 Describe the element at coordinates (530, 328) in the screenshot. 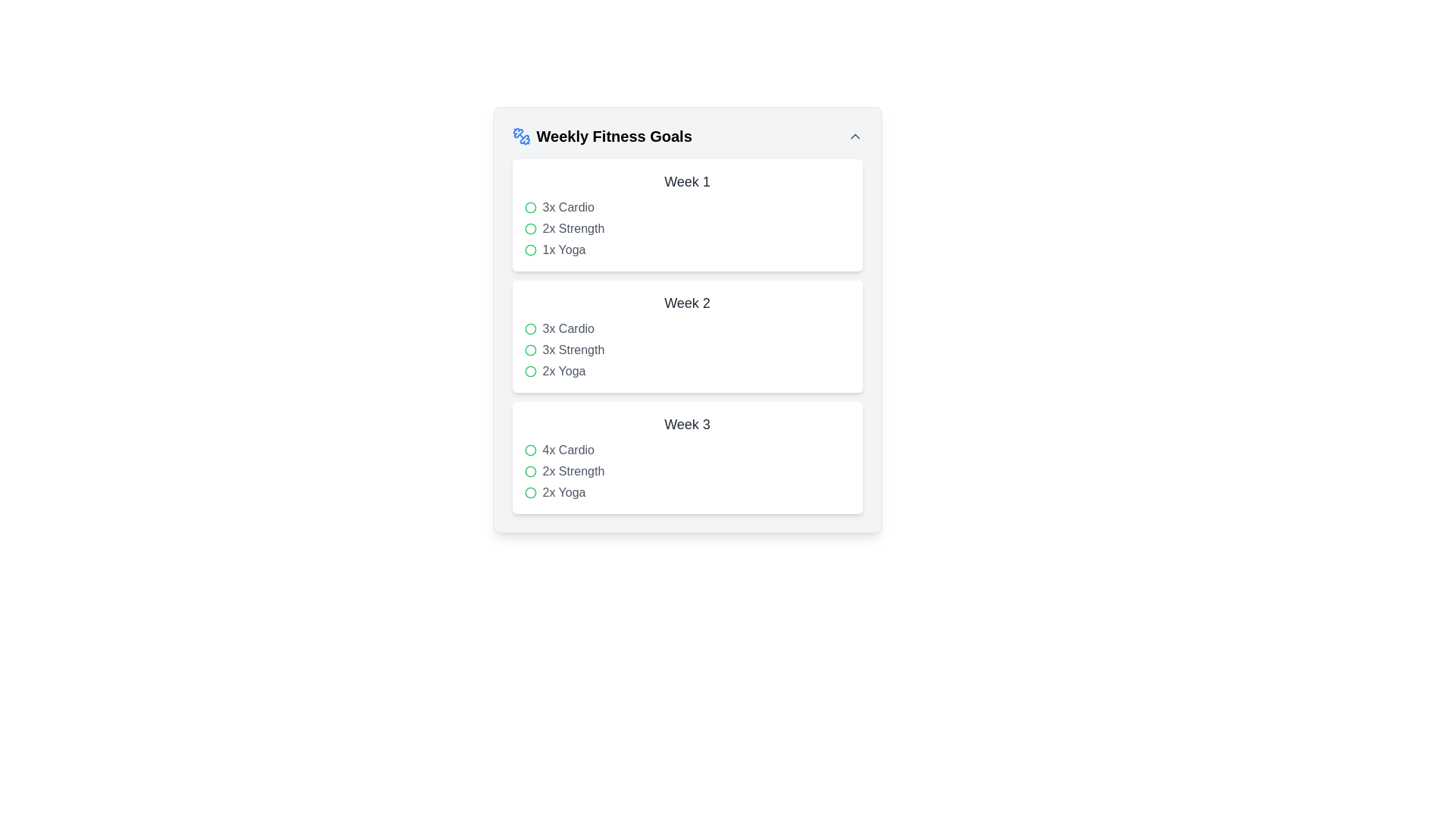

I see `the status of the small green circular icon located in the '3x Cardio' row of the 'Week 2' section in the 'Weekly Fitness Goals' interface` at that location.